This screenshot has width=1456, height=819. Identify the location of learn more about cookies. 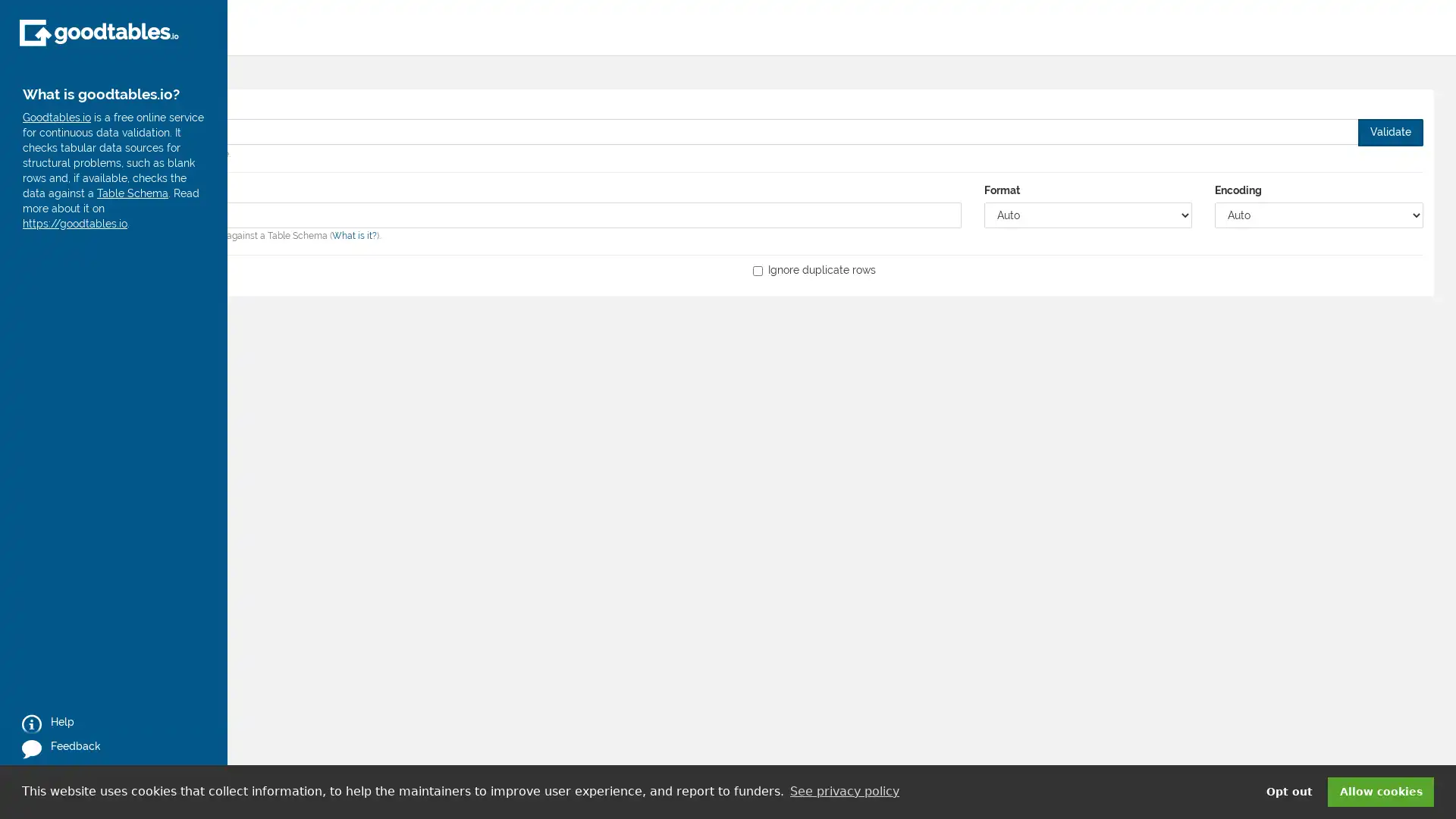
(843, 791).